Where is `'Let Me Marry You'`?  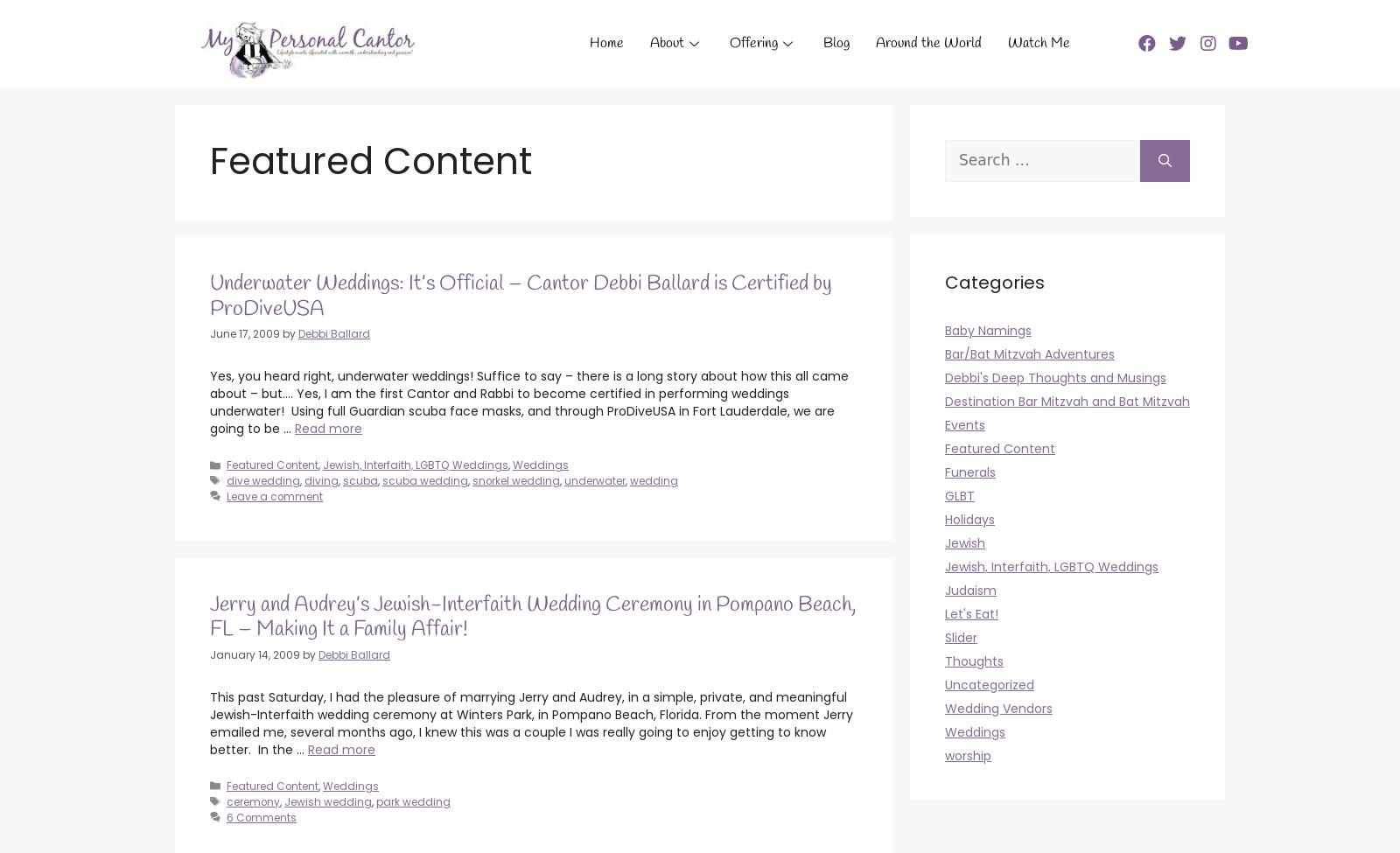
'Let Me Marry You' is located at coordinates (524, 91).